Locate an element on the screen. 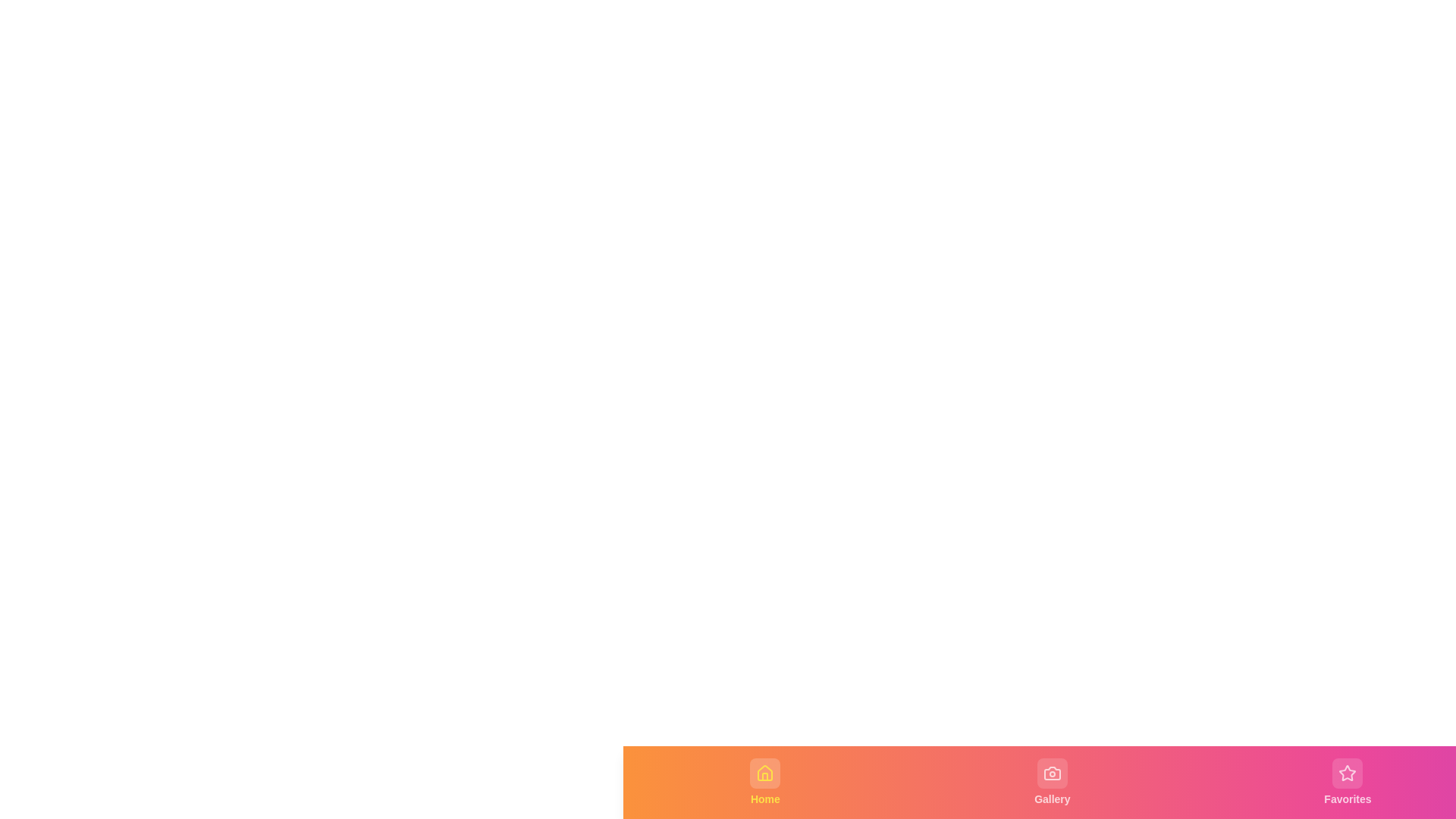 Image resolution: width=1456 pixels, height=819 pixels. the Home tab to observe the visual feedback is located at coordinates (765, 783).